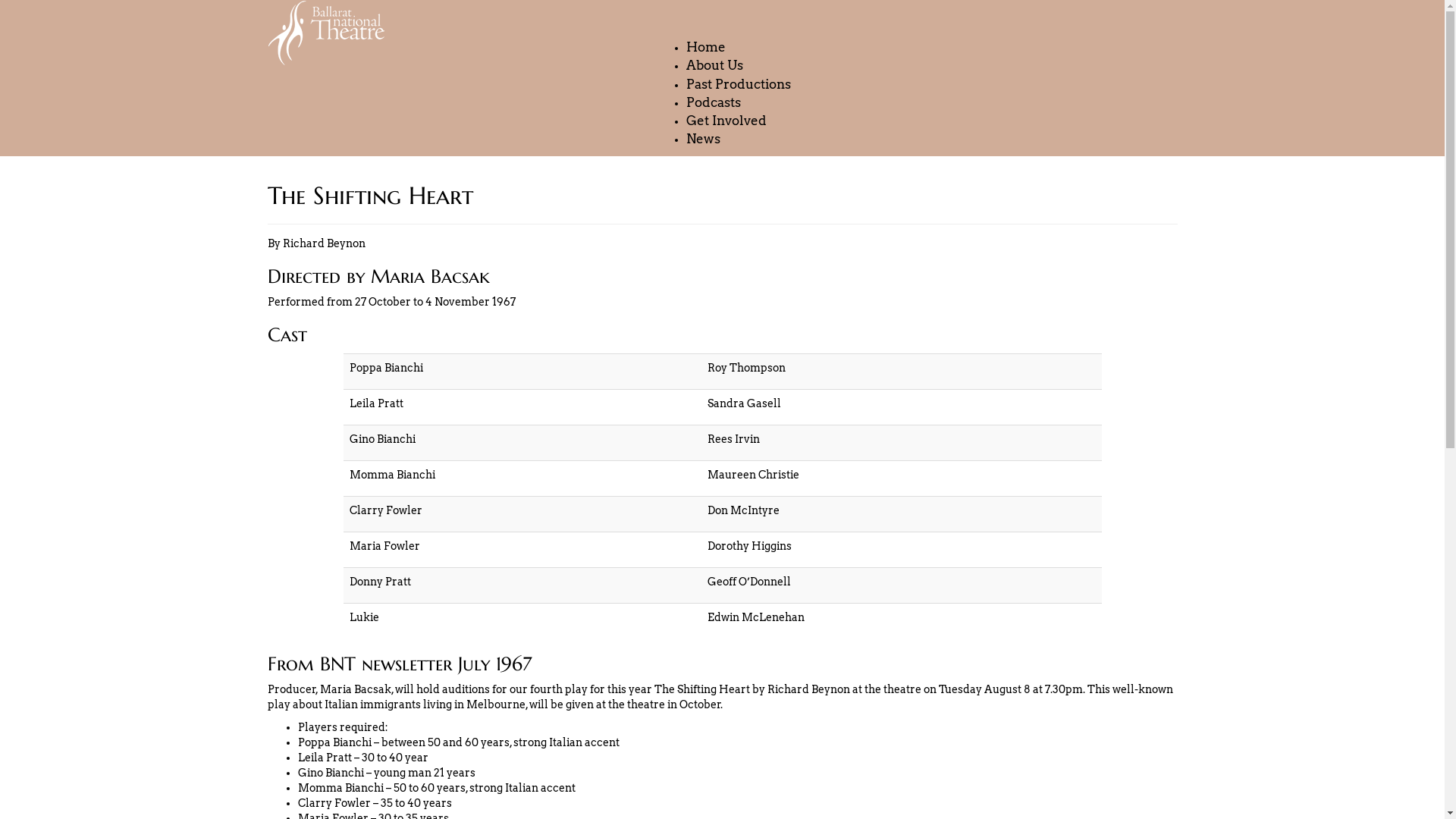 The width and height of the screenshot is (1456, 819). Describe the element at coordinates (705, 46) in the screenshot. I see `'Home'` at that location.